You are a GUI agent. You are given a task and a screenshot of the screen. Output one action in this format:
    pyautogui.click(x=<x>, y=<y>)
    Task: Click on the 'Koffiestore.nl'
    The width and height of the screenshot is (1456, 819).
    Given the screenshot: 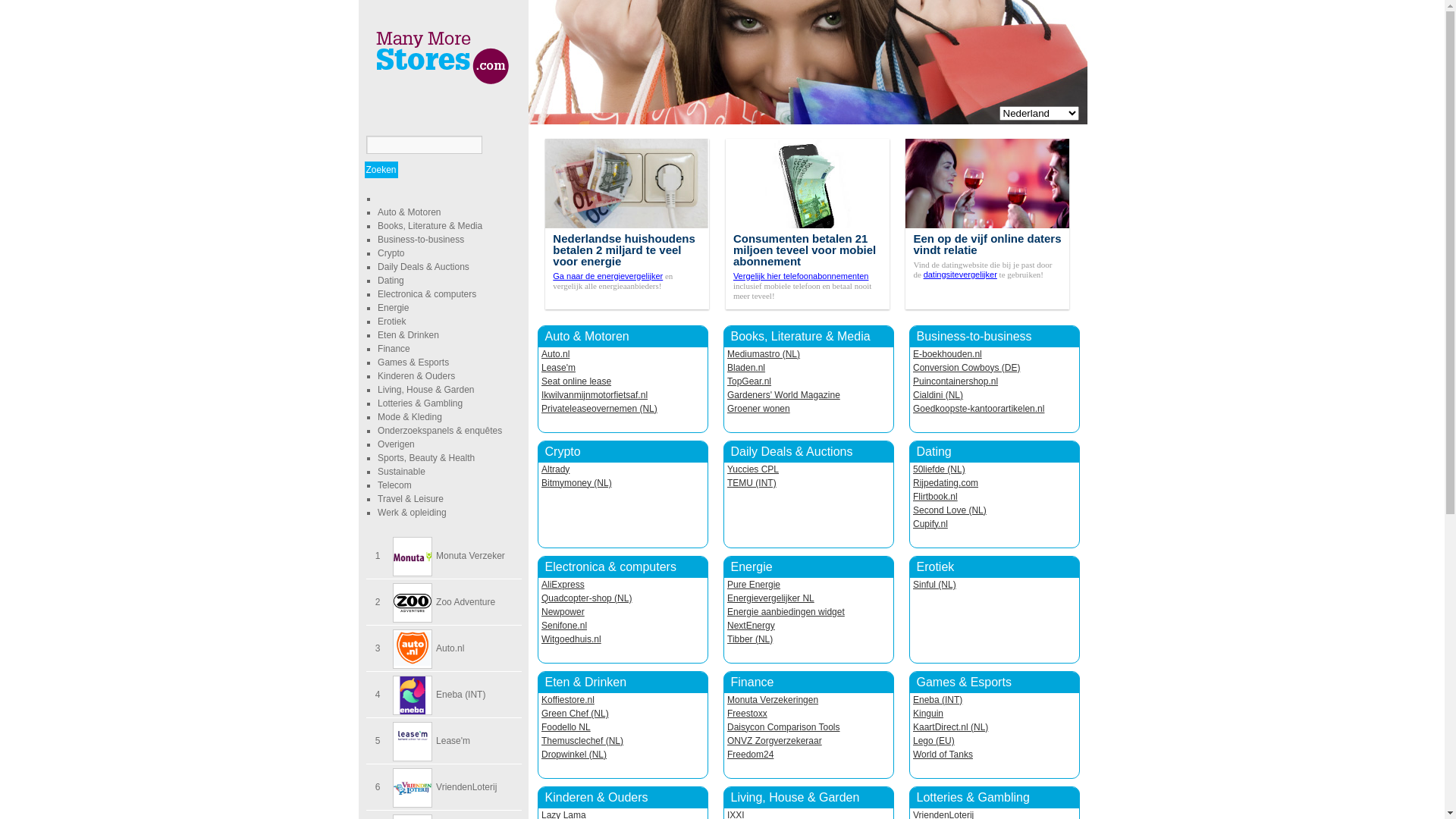 What is the action you would take?
    pyautogui.click(x=541, y=699)
    